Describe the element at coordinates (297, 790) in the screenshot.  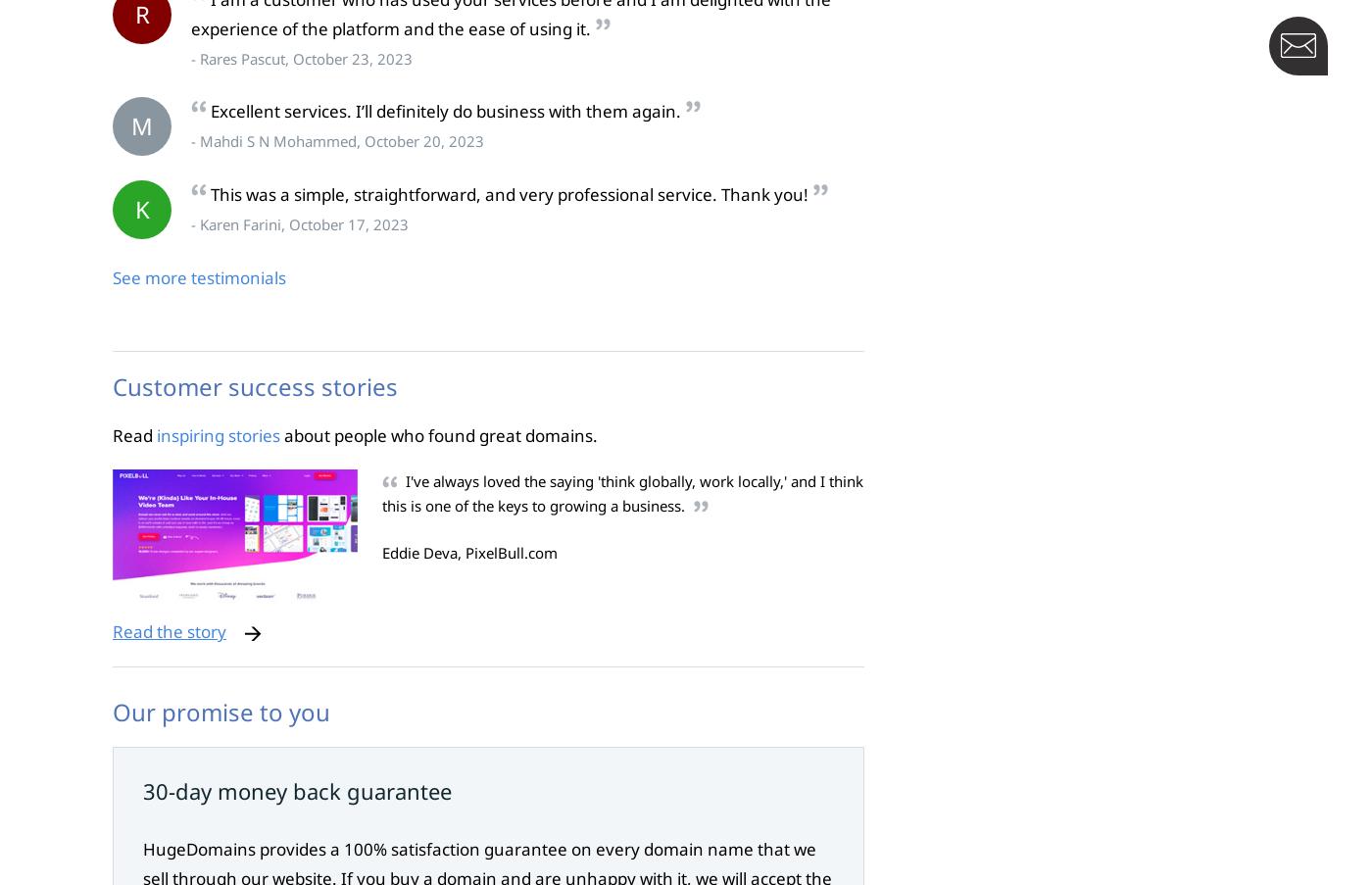
I see `'30-day money back guarantee'` at that location.